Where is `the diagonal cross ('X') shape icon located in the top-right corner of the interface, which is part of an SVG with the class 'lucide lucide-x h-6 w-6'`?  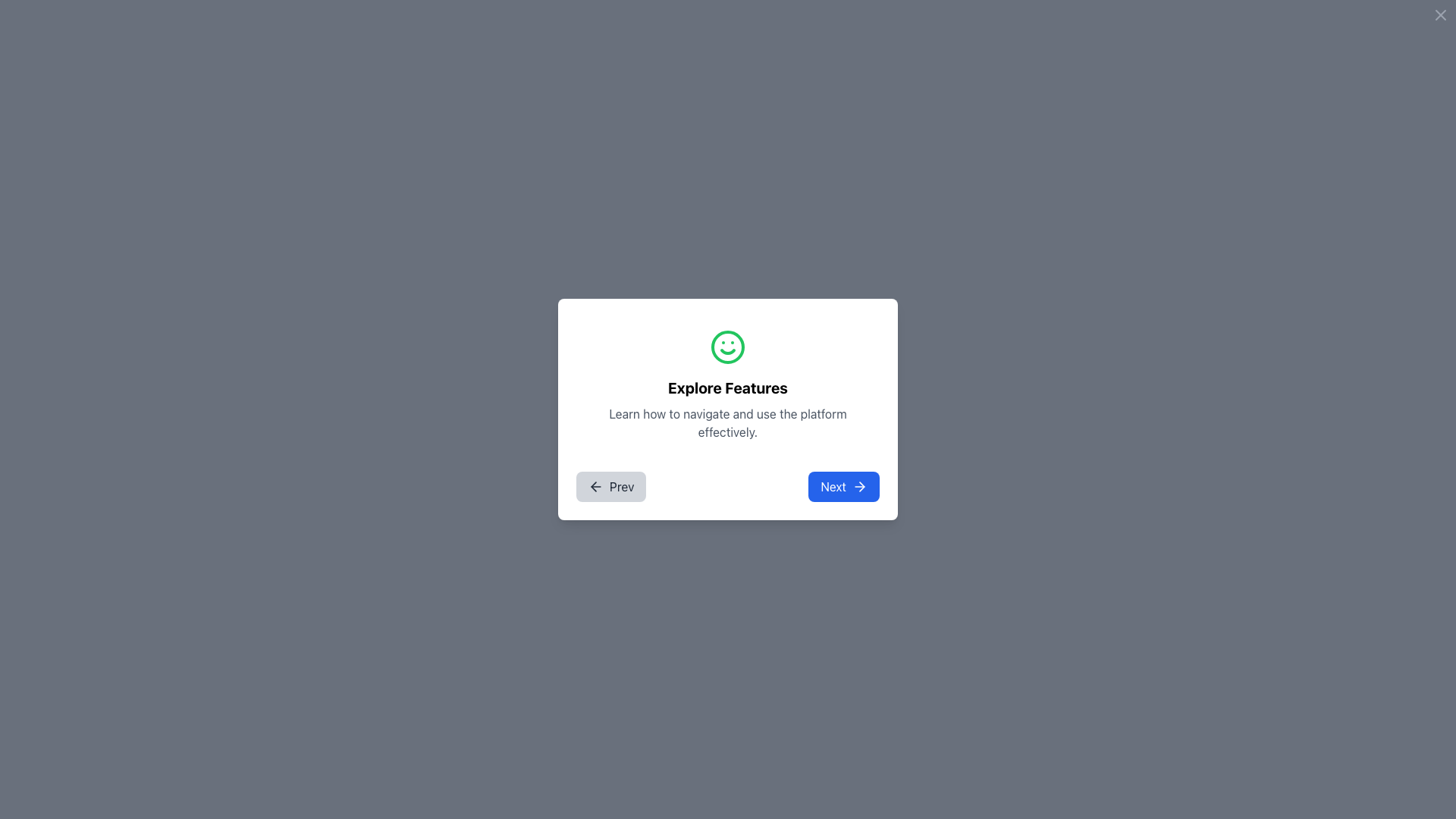 the diagonal cross ('X') shape icon located in the top-right corner of the interface, which is part of an SVG with the class 'lucide lucide-x h-6 w-6' is located at coordinates (1440, 14).